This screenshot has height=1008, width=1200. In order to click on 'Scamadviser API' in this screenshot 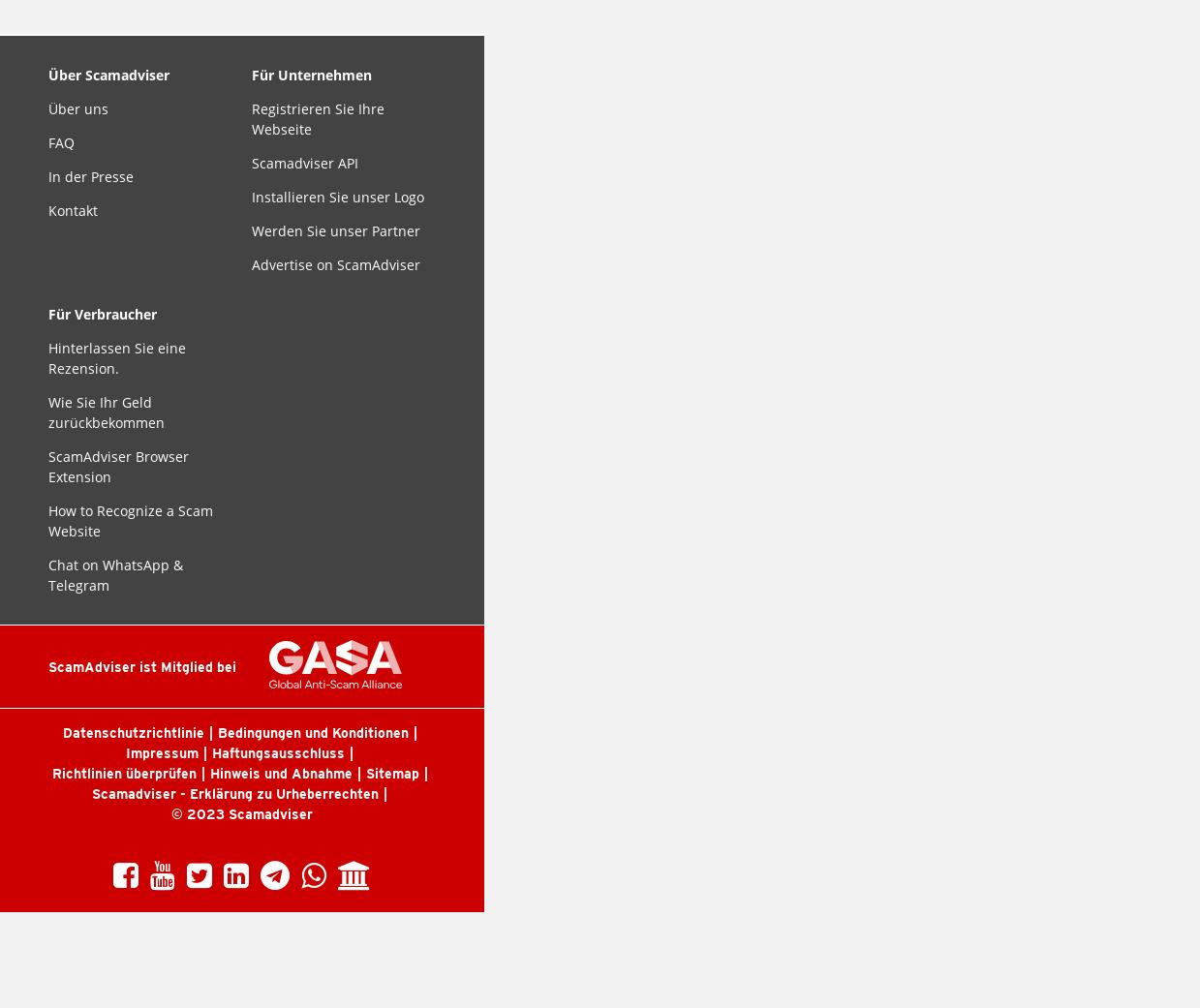, I will do `click(304, 163)`.